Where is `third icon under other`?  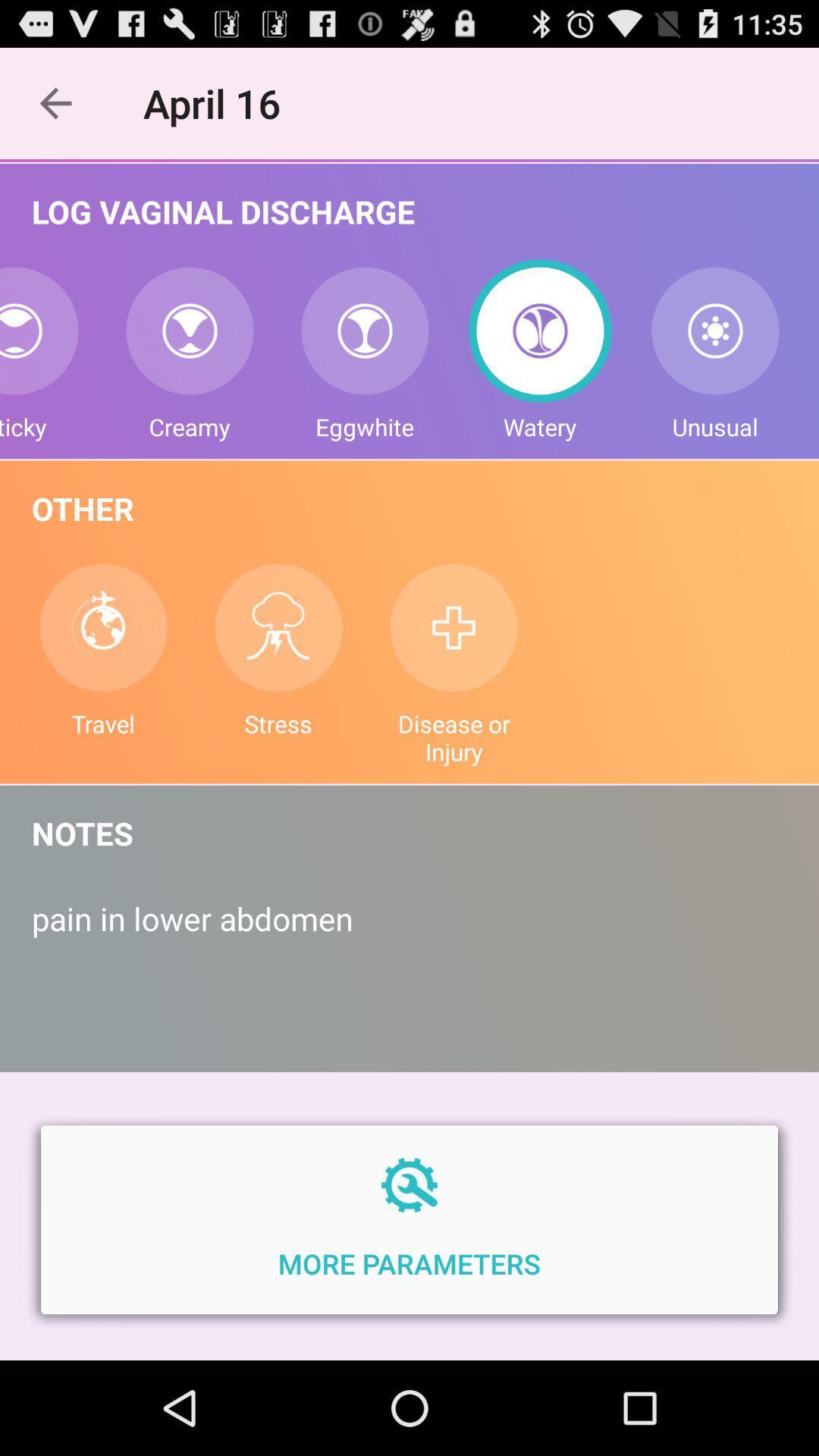 third icon under other is located at coordinates (453, 628).